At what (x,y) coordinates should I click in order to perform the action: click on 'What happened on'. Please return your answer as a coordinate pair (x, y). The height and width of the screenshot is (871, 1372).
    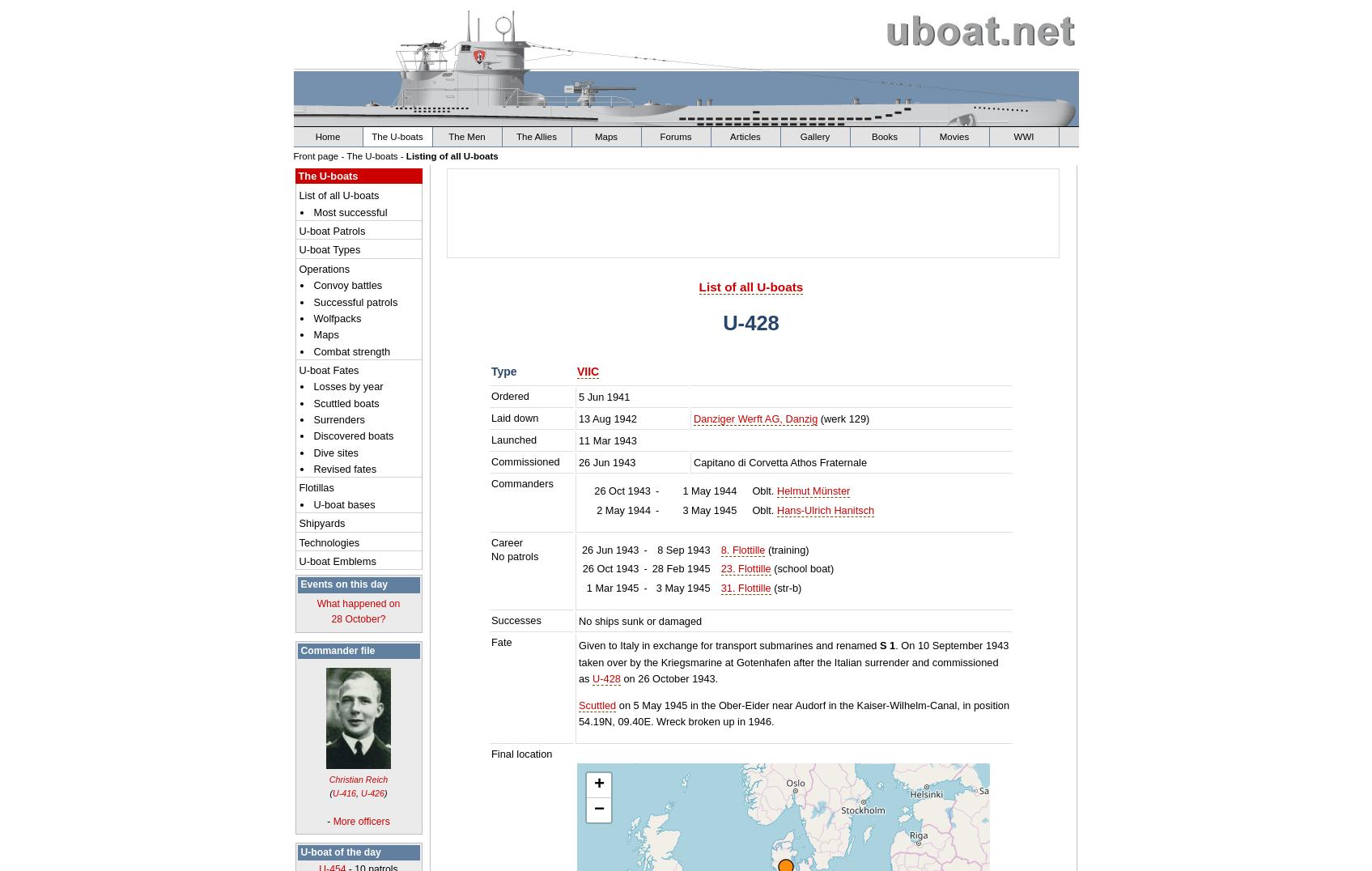
    Looking at the image, I should click on (358, 602).